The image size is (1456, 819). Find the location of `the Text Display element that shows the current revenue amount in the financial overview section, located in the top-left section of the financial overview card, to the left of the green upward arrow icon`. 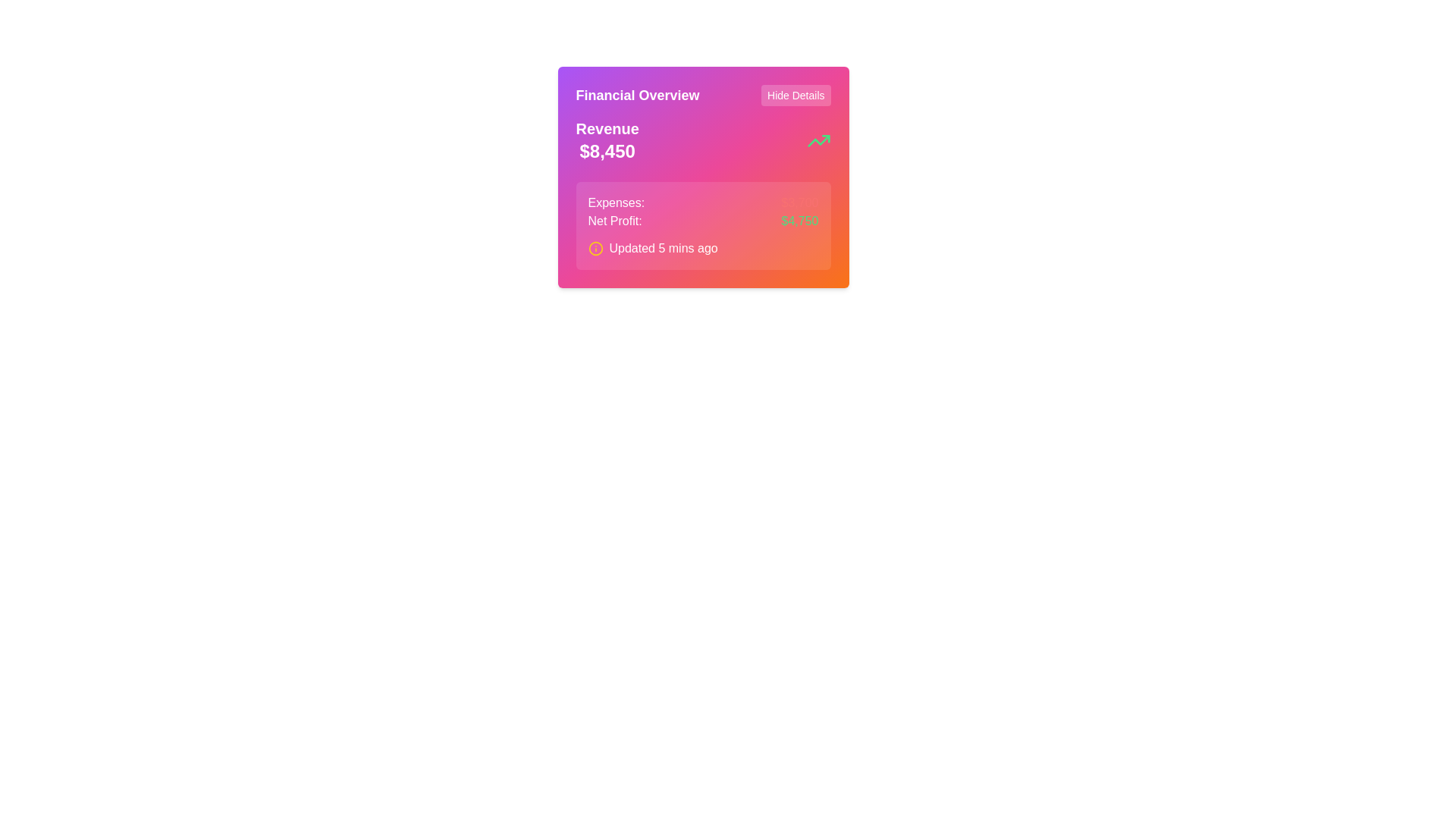

the Text Display element that shows the current revenue amount in the financial overview section, located in the top-left section of the financial overview card, to the left of the green upward arrow icon is located at coordinates (607, 140).